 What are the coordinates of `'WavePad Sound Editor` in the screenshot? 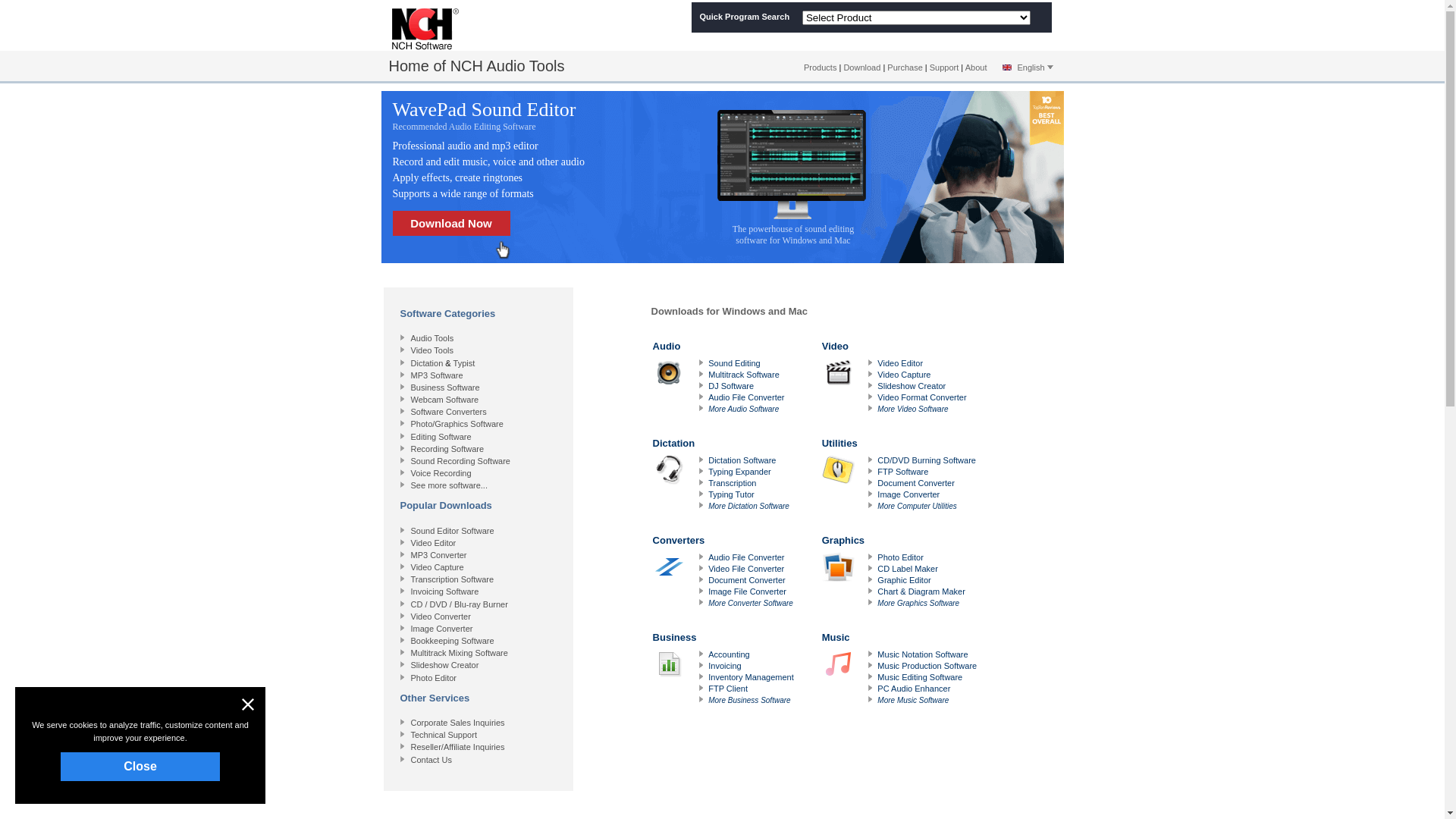 It's located at (506, 115).